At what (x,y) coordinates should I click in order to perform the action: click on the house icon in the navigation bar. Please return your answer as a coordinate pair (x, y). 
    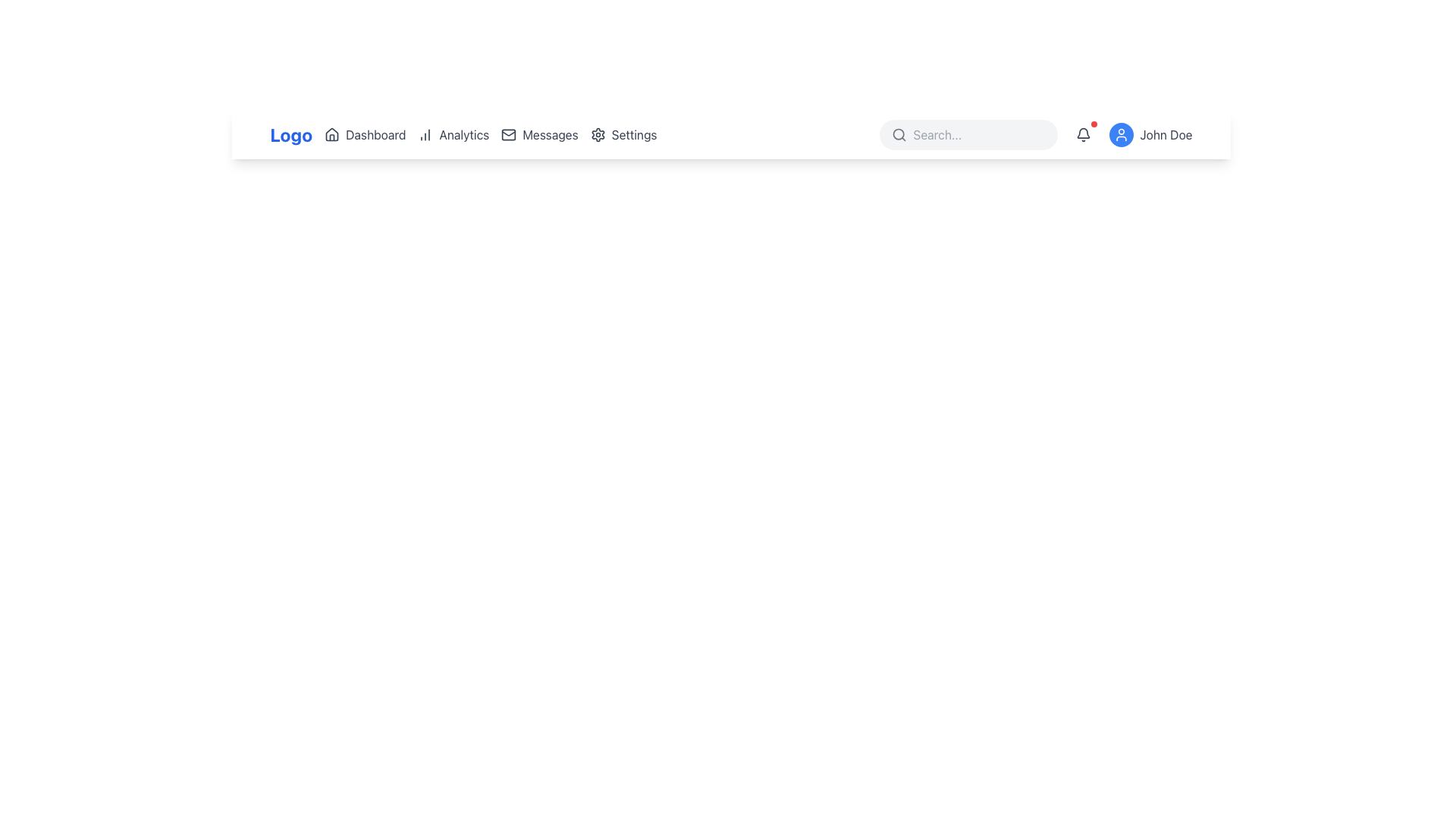
    Looking at the image, I should click on (331, 133).